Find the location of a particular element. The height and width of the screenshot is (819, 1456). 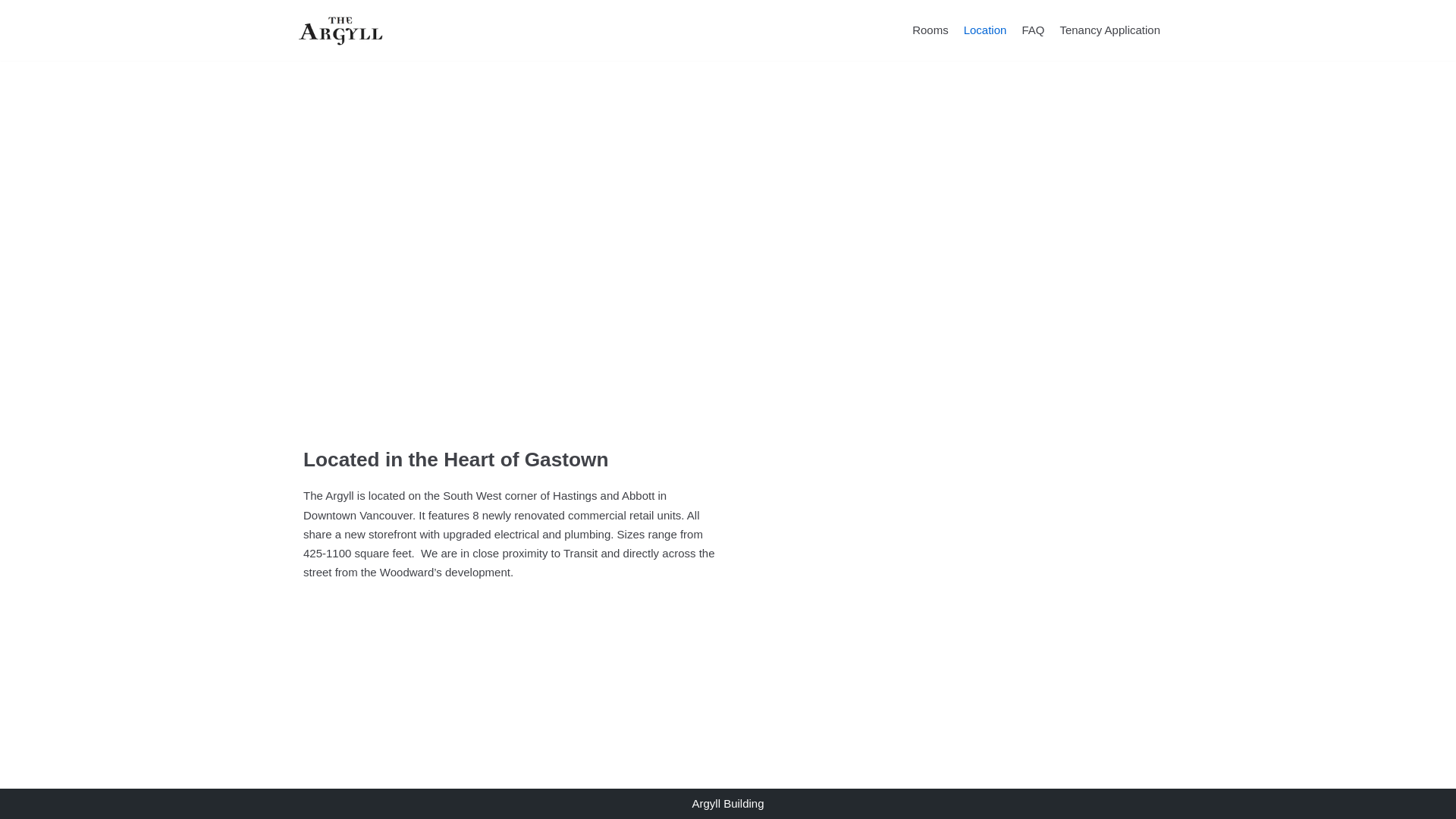

'Tenancy Application' is located at coordinates (1109, 30).